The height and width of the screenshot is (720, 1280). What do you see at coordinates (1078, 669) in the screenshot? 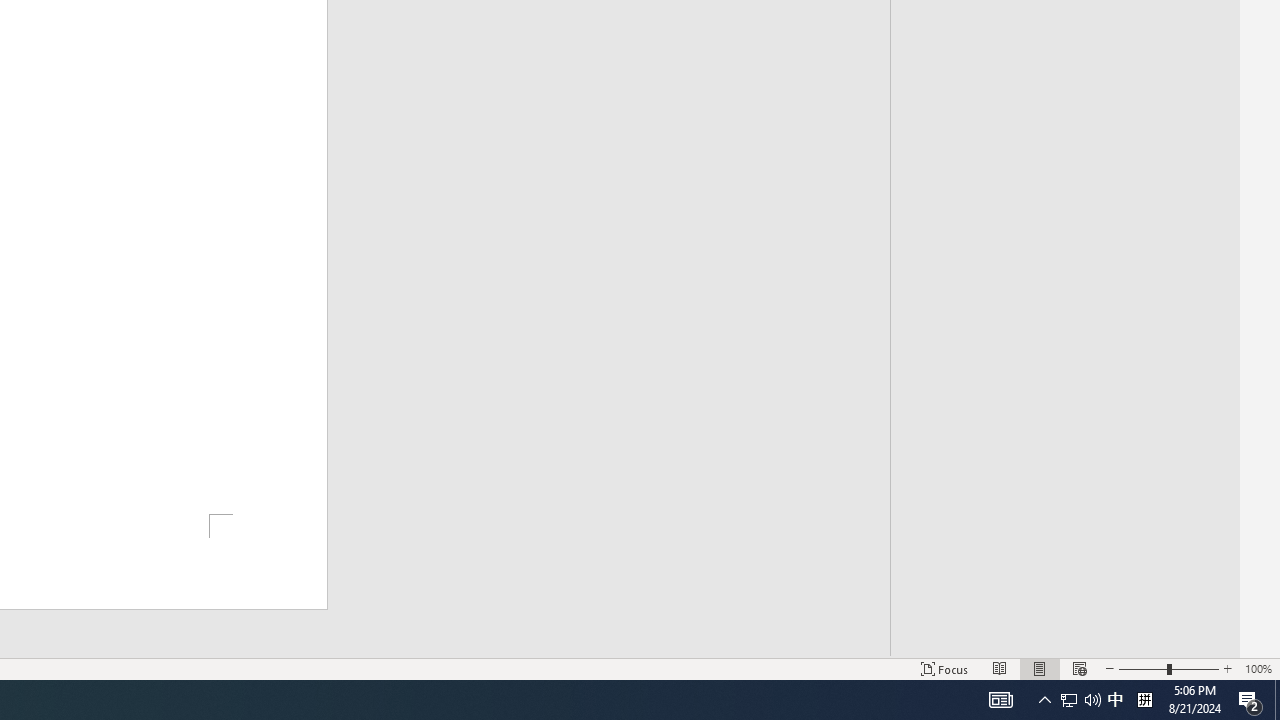
I see `'Web Layout'` at bounding box center [1078, 669].